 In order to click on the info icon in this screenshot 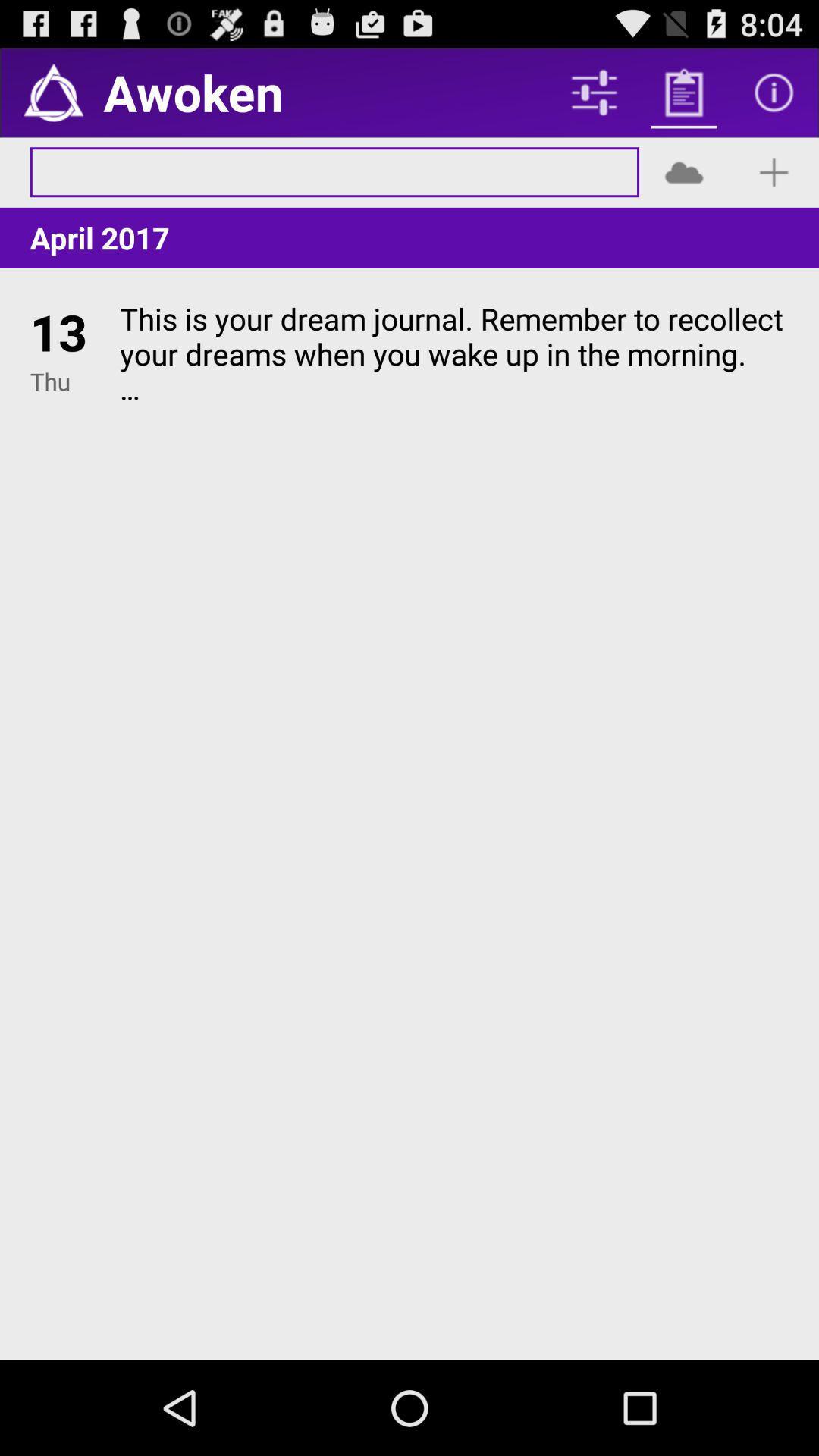, I will do `click(773, 98)`.